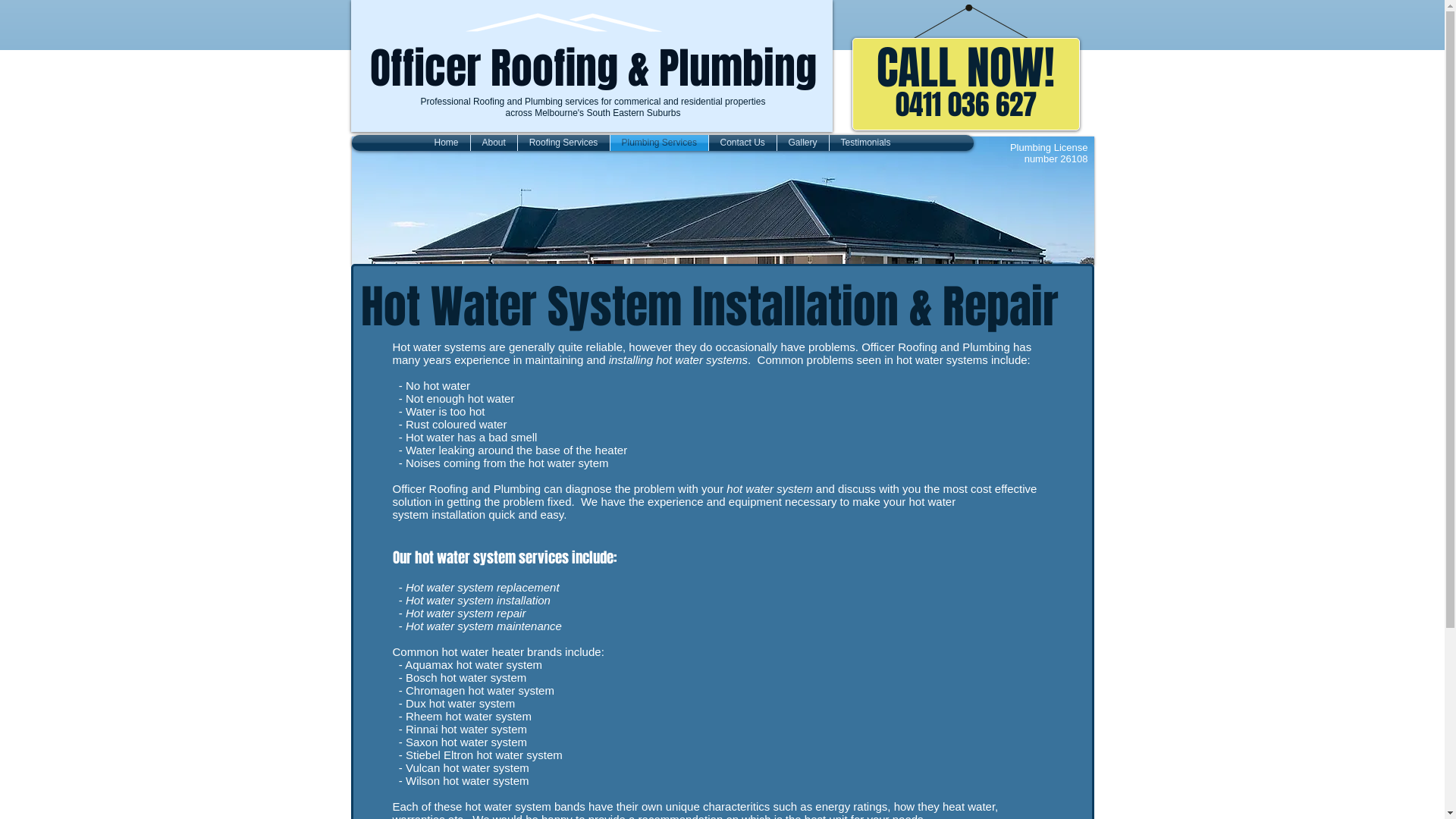 The image size is (1456, 819). Describe the element at coordinates (446, 143) in the screenshot. I see `'Home'` at that location.